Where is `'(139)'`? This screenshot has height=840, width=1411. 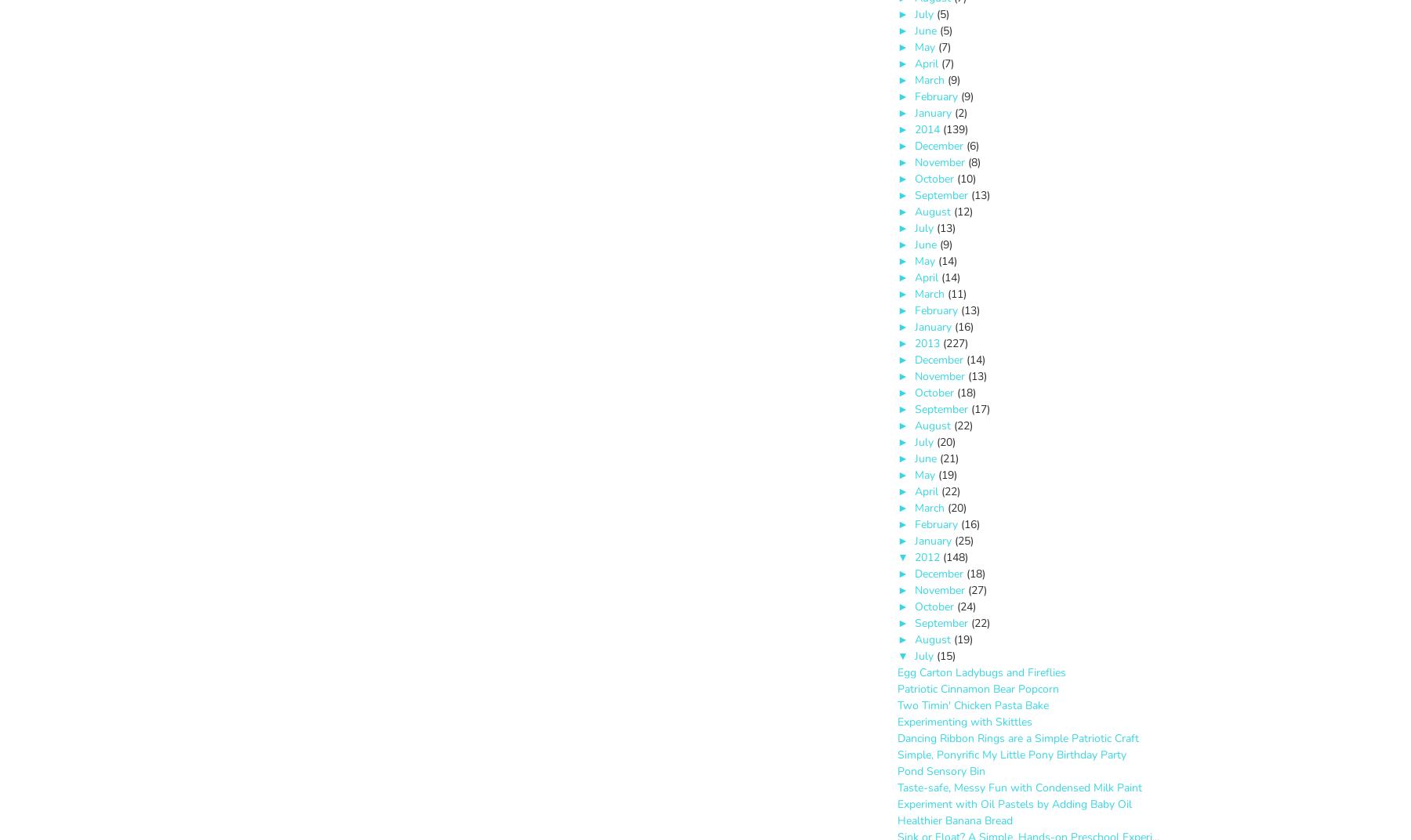
'(139)' is located at coordinates (954, 129).